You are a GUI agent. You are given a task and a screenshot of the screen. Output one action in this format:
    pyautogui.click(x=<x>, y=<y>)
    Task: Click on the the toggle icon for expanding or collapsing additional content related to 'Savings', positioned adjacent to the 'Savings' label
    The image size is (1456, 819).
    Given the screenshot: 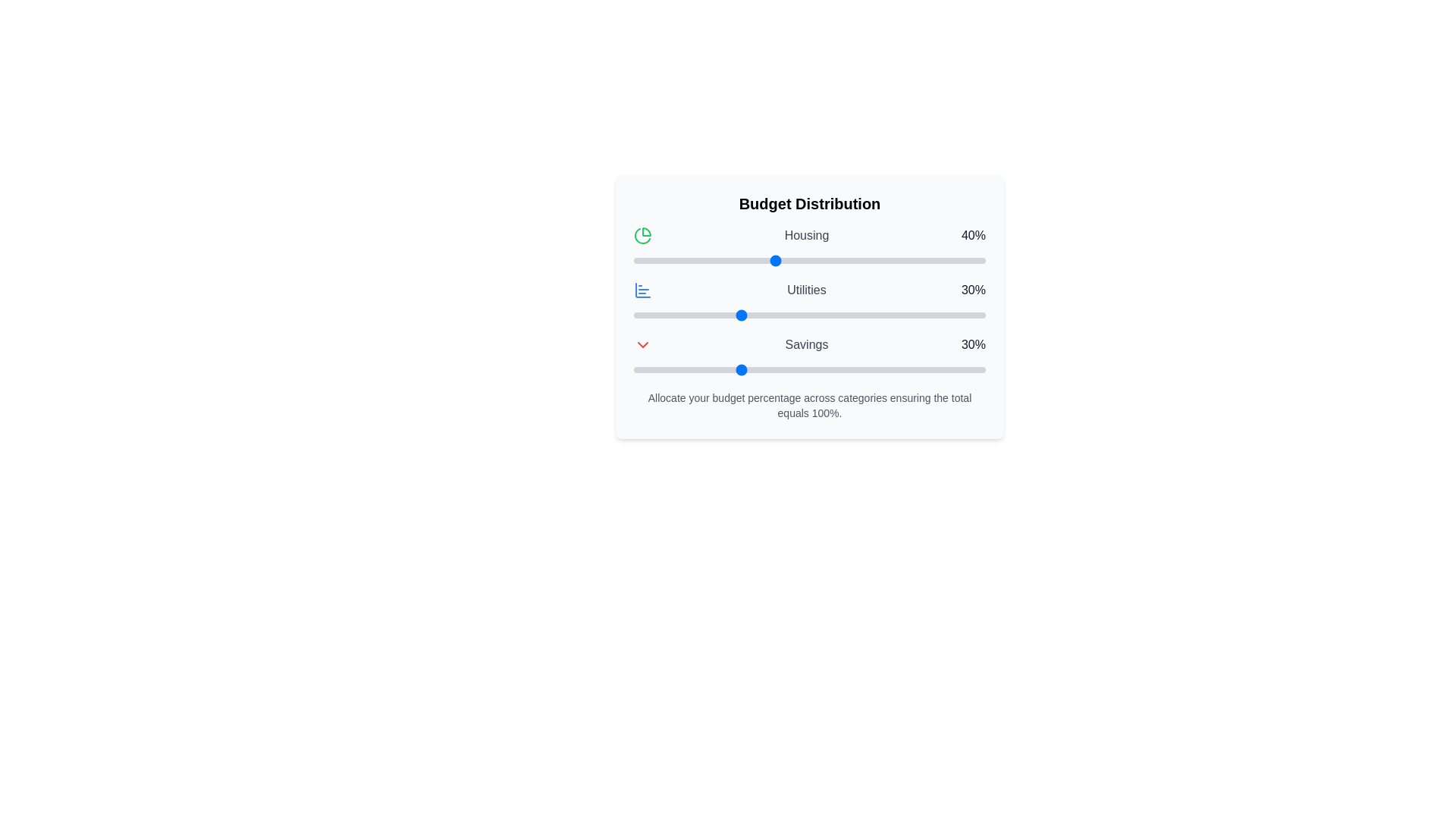 What is the action you would take?
    pyautogui.click(x=643, y=345)
    